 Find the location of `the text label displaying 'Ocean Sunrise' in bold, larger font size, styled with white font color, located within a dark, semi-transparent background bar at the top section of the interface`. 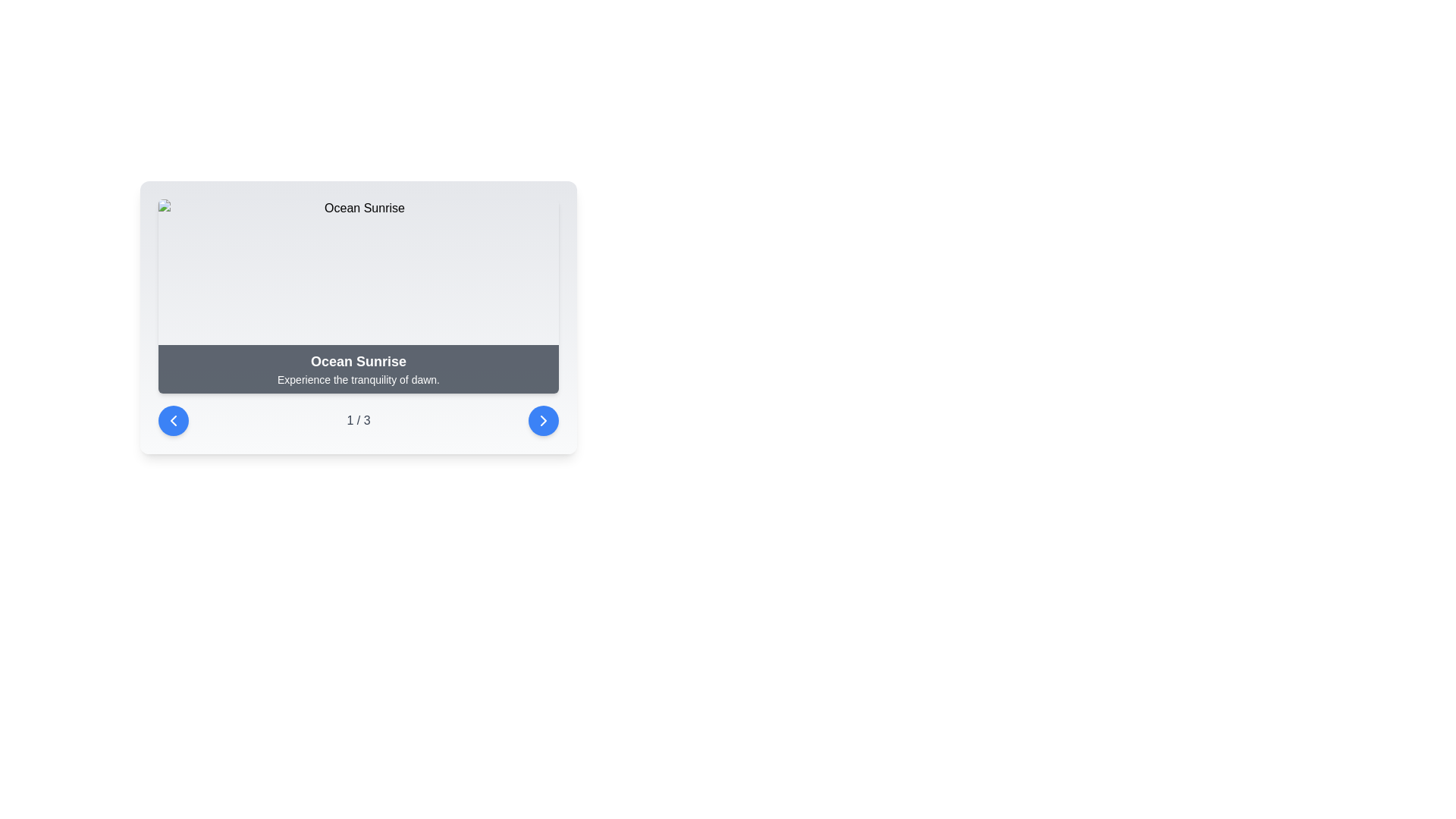

the text label displaying 'Ocean Sunrise' in bold, larger font size, styled with white font color, located within a dark, semi-transparent background bar at the top section of the interface is located at coordinates (358, 362).